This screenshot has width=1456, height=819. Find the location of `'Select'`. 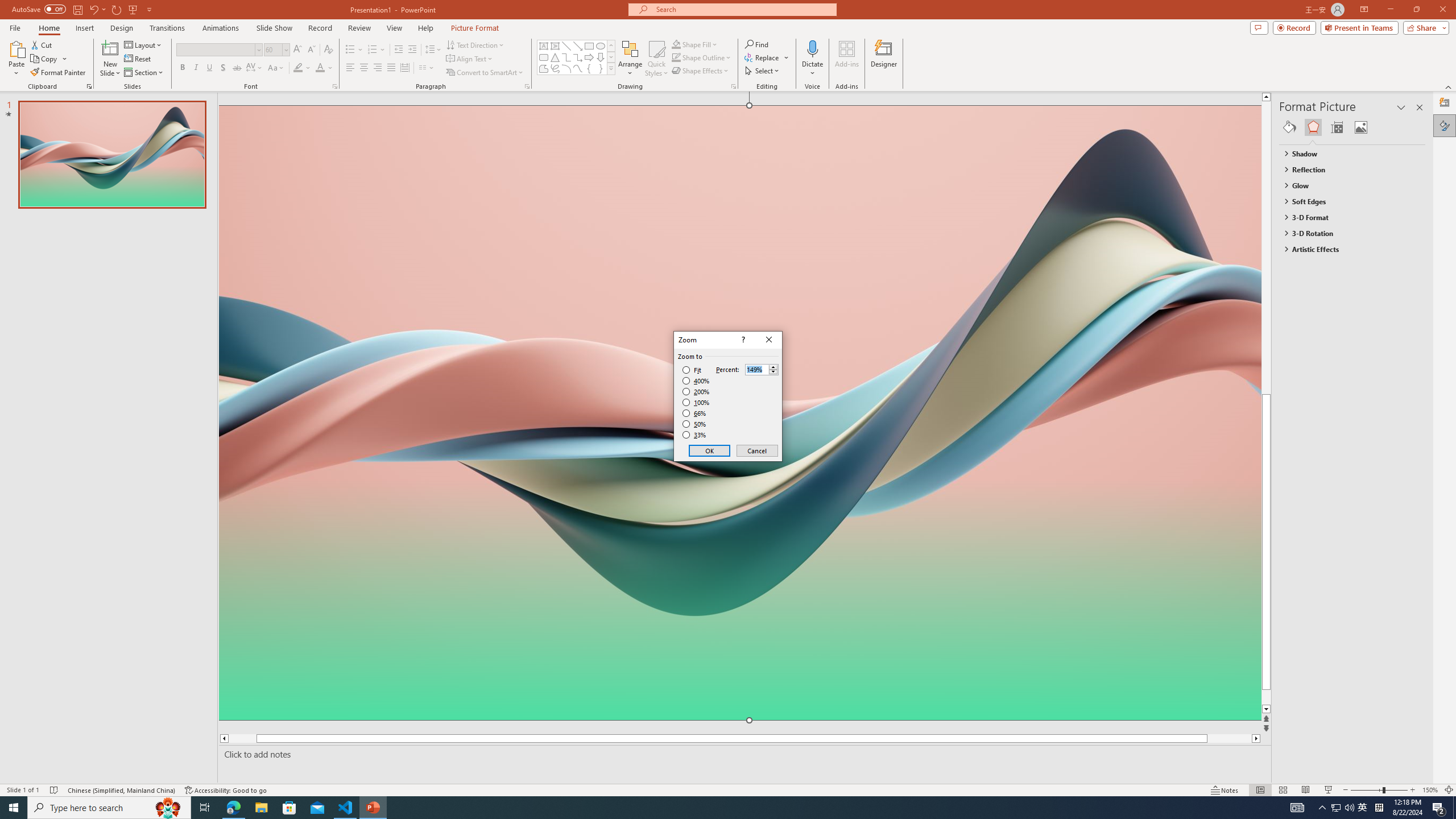

'Select' is located at coordinates (763, 69).